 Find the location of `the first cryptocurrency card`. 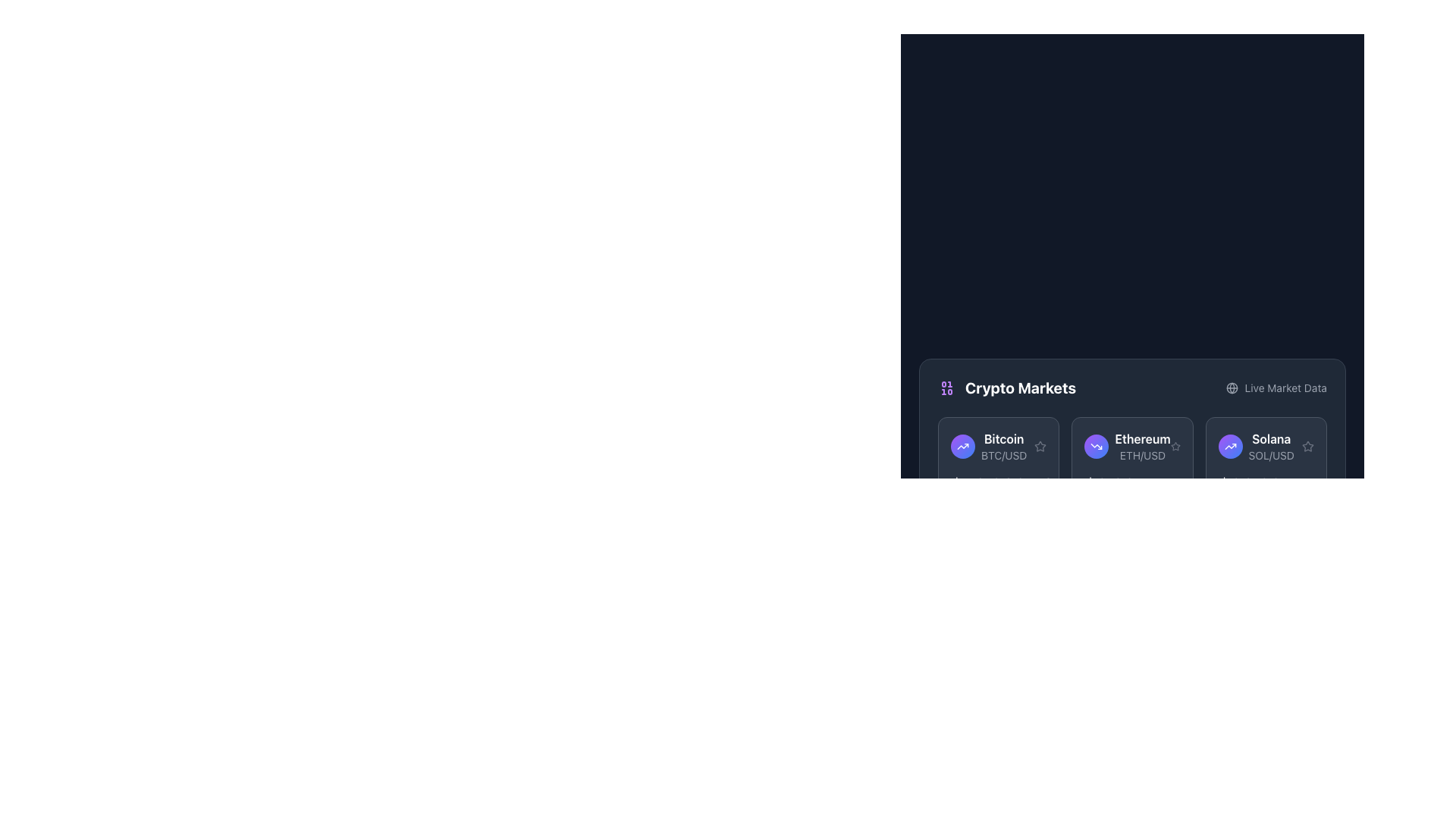

the first cryptocurrency card is located at coordinates (989, 446).